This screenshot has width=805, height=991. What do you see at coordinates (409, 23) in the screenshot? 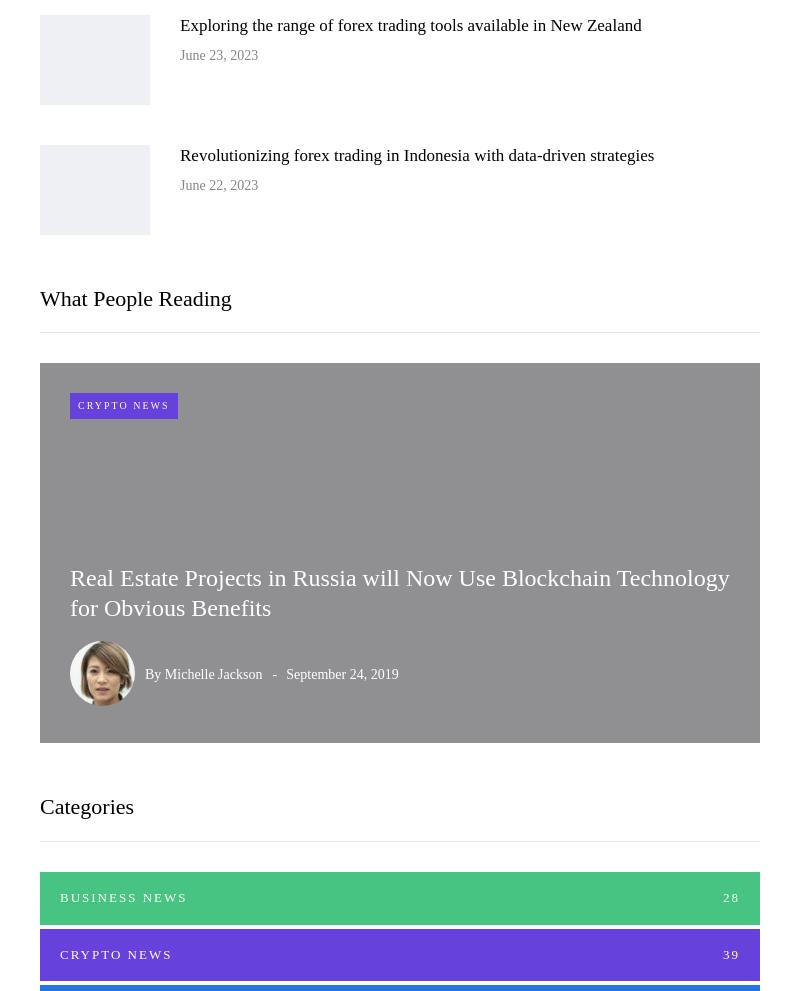
I see `'Exploring the range of forex trading tools available in New Zealand'` at bounding box center [409, 23].